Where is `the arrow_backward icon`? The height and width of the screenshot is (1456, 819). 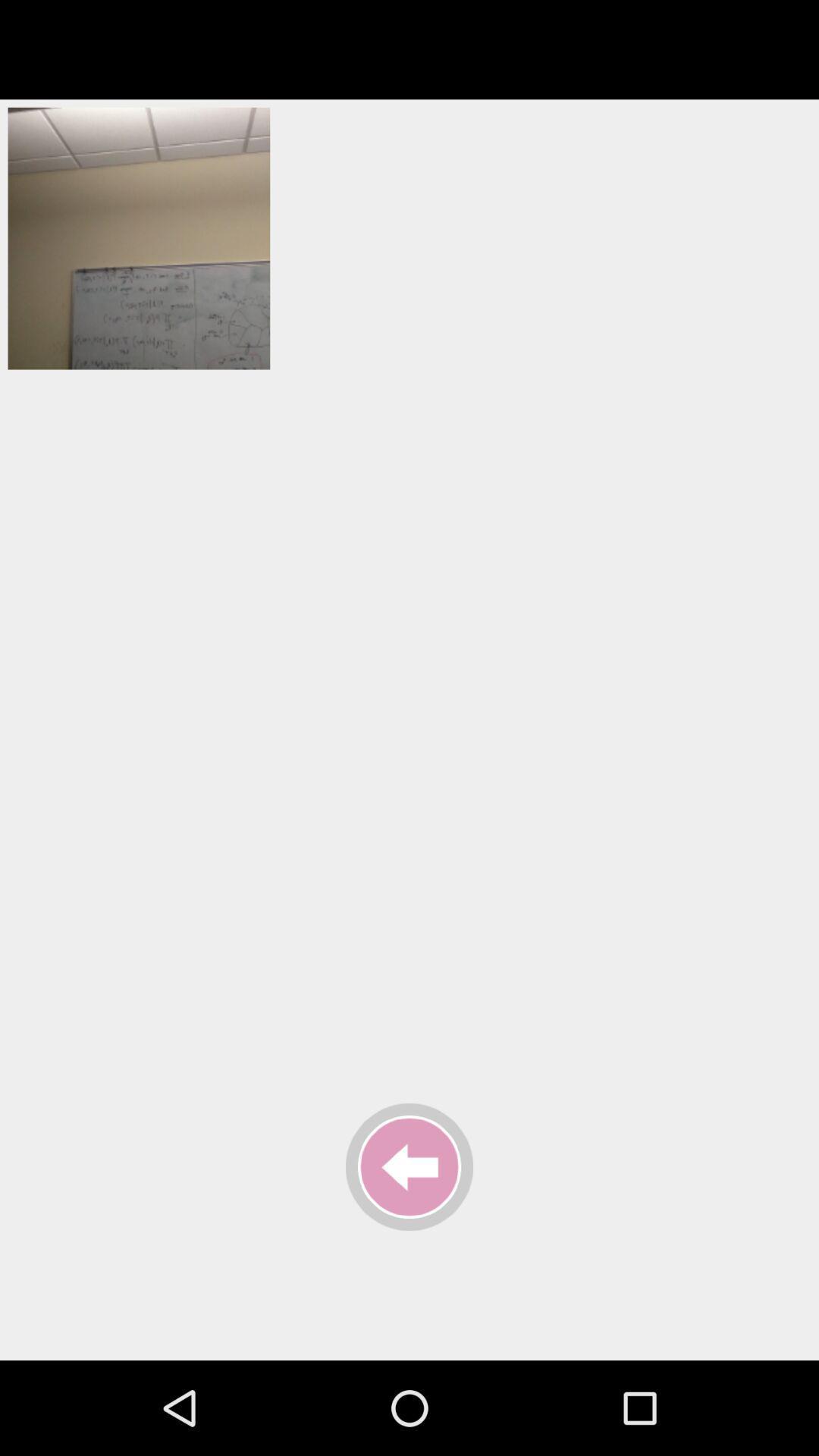
the arrow_backward icon is located at coordinates (409, 1166).